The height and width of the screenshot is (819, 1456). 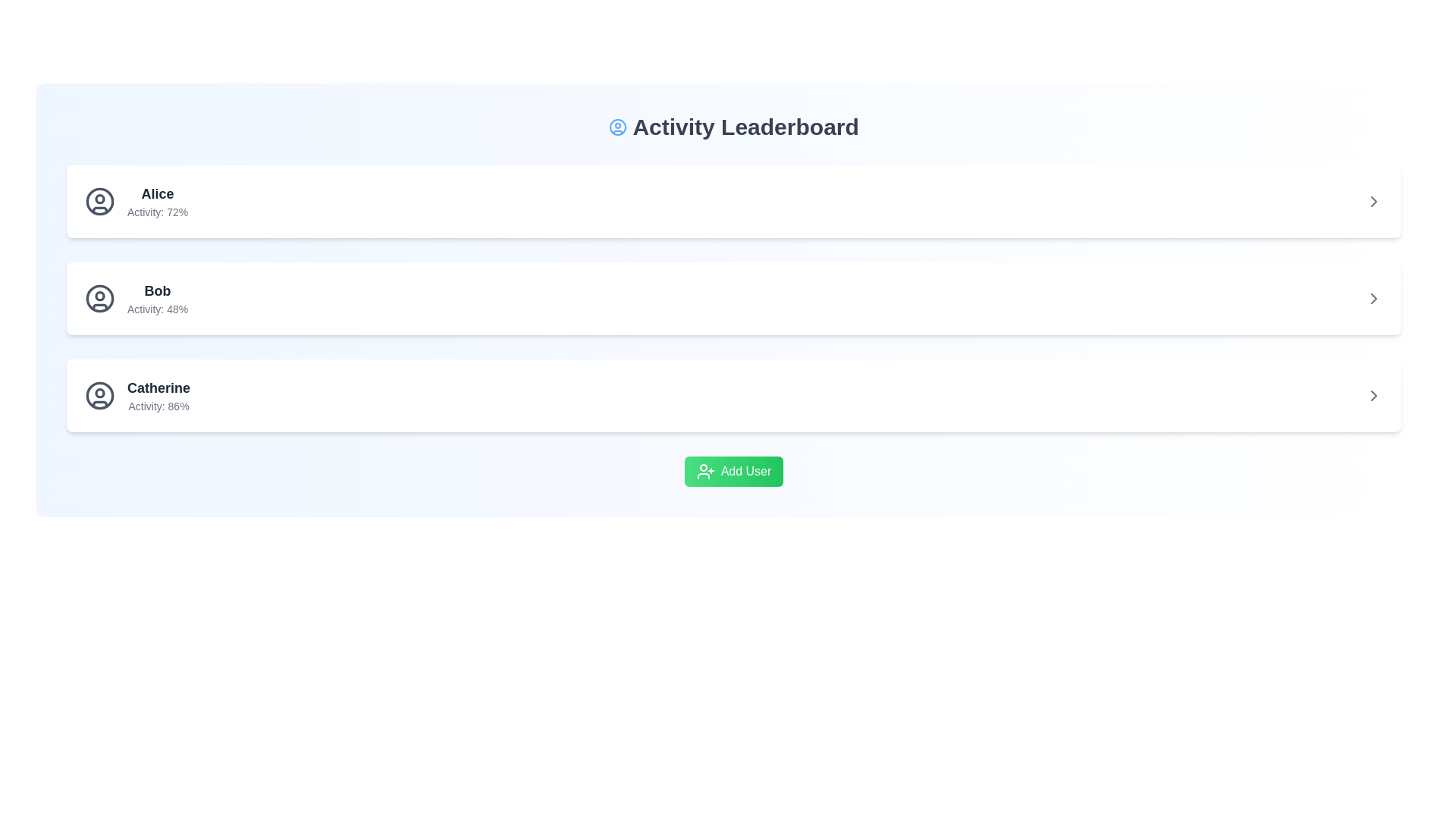 I want to click on the right-pointing chevron icon styled in gray located at the far right of the row labeled with 'Bob' and 'Activity: 48%', so click(x=1373, y=298).